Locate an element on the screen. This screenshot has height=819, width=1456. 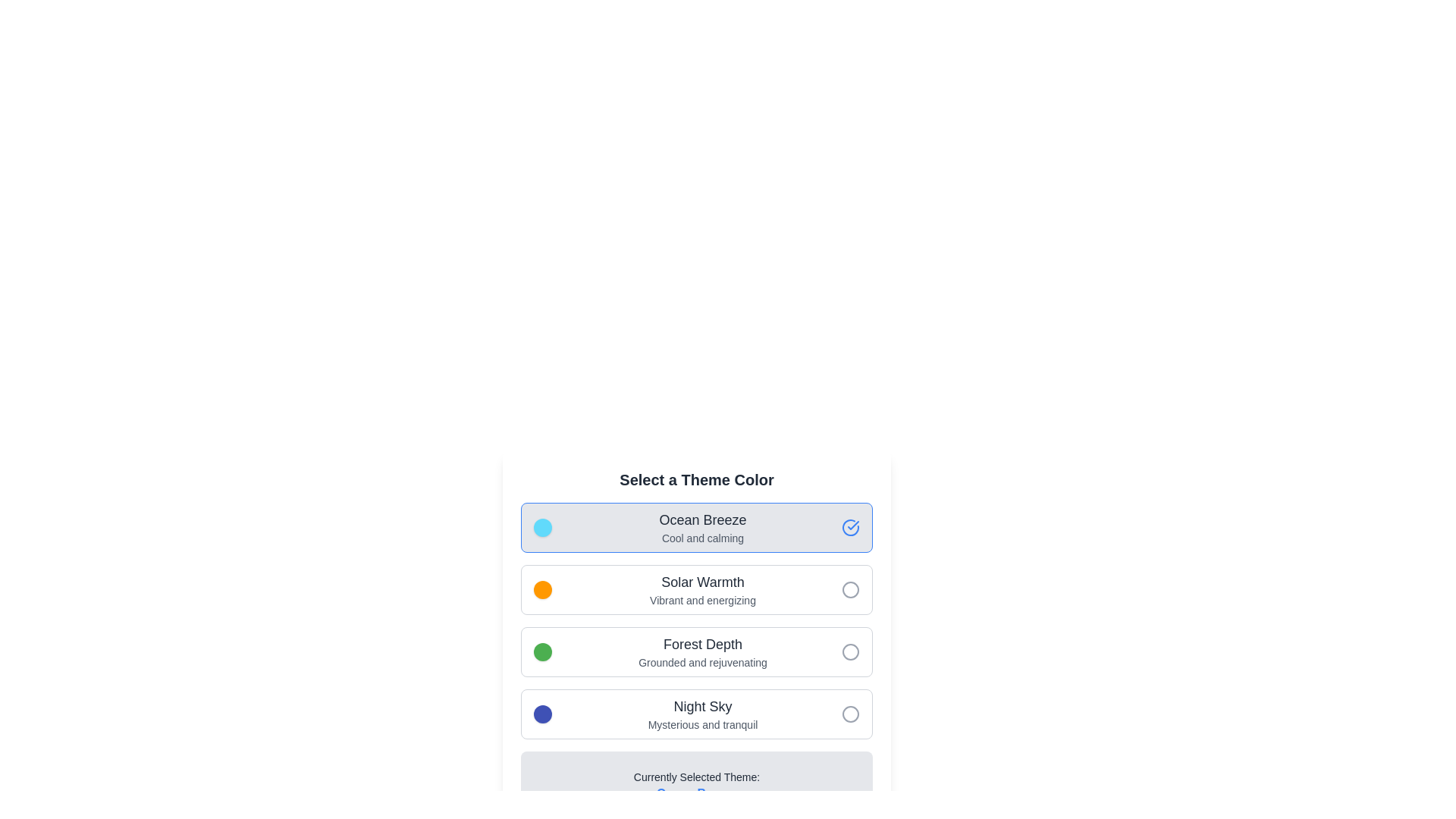
the color representation of the circular color indicator with an orange background located in the 'Solar Warmth' theme color selection menu is located at coordinates (542, 589).